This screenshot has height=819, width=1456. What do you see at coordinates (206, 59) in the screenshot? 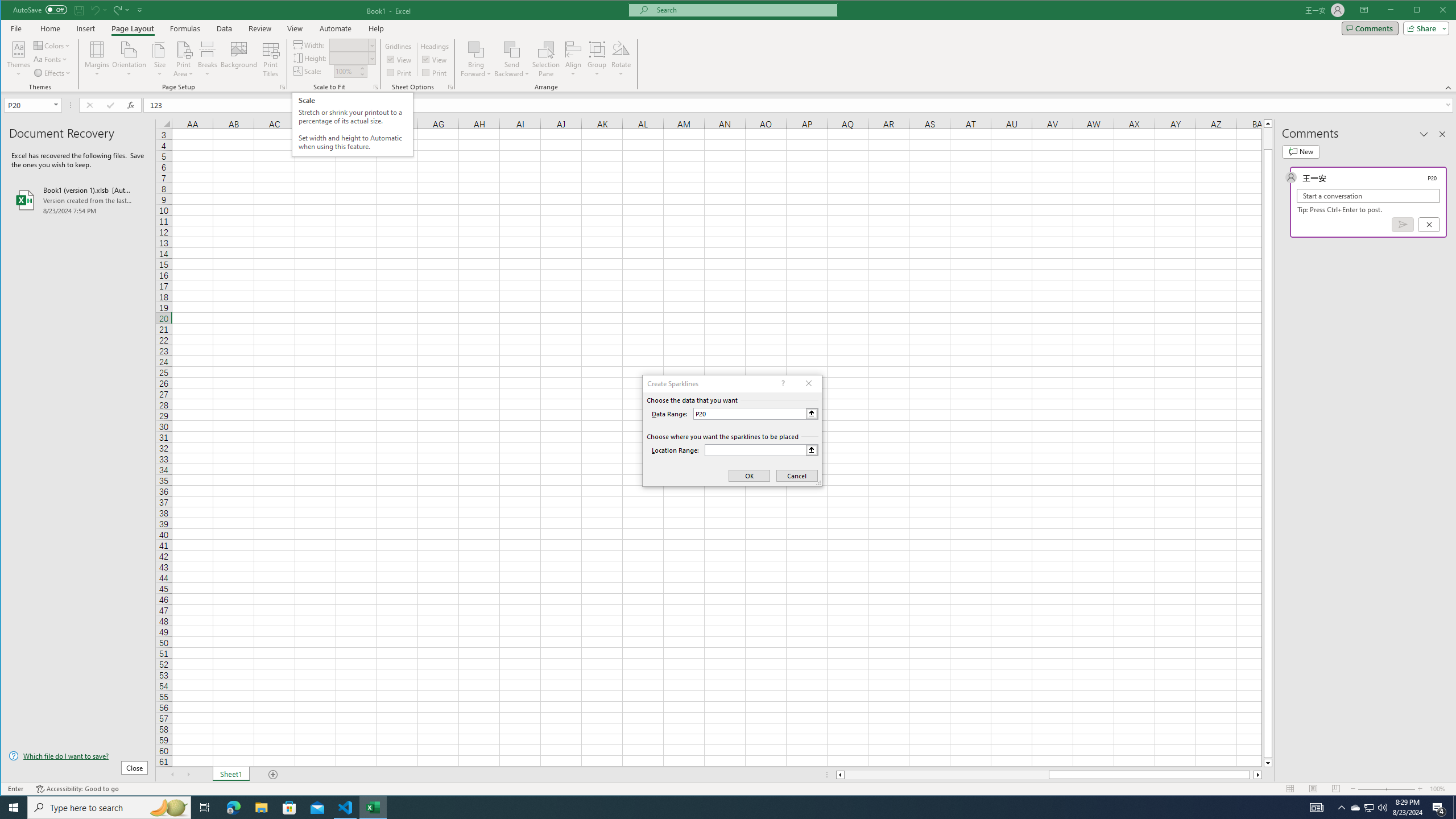
I see `'Breaks'` at bounding box center [206, 59].